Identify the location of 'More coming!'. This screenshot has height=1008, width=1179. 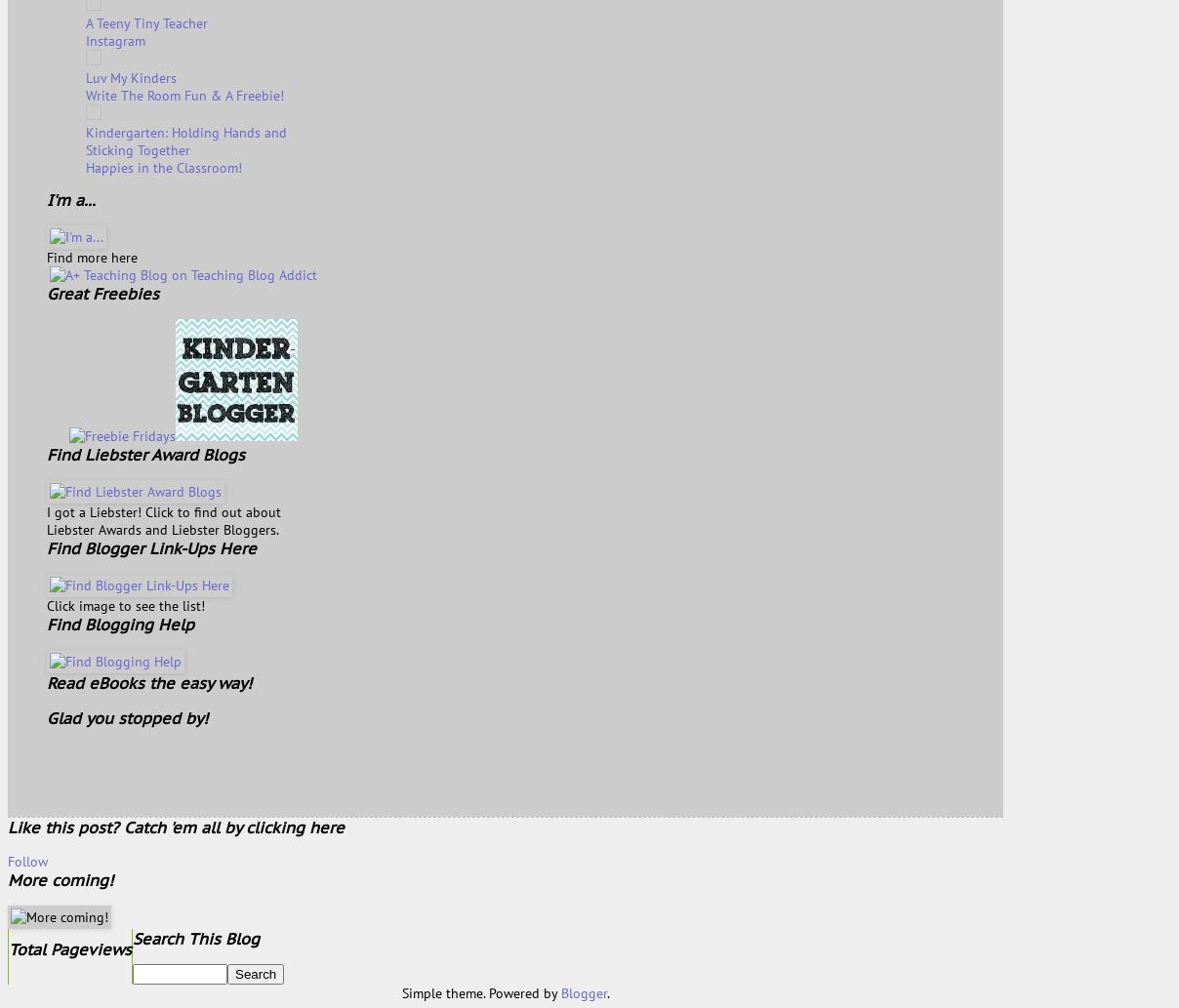
(59, 879).